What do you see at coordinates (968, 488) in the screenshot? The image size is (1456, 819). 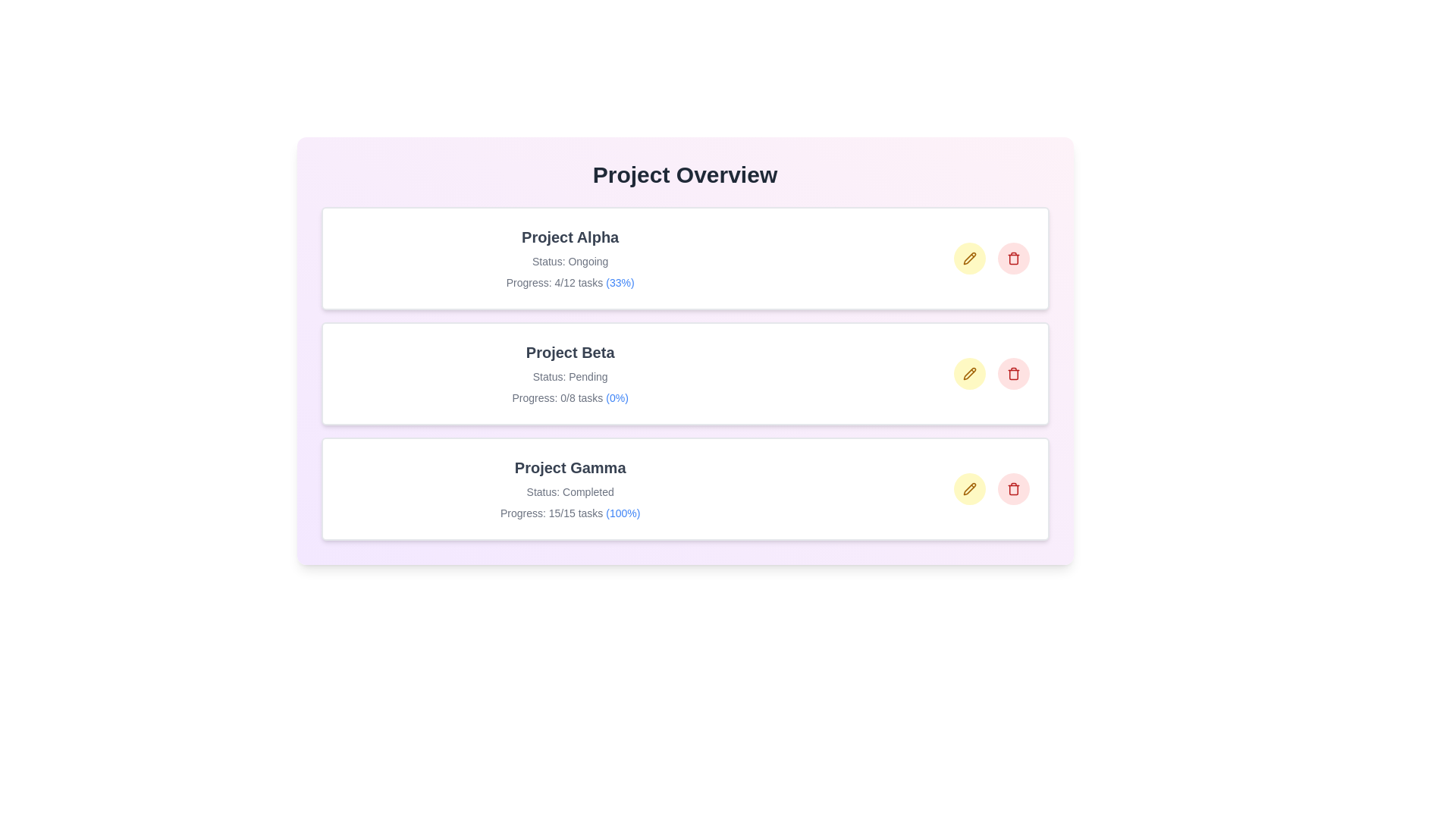 I see `edit icon for the project identified by Project Gamma` at bounding box center [968, 488].